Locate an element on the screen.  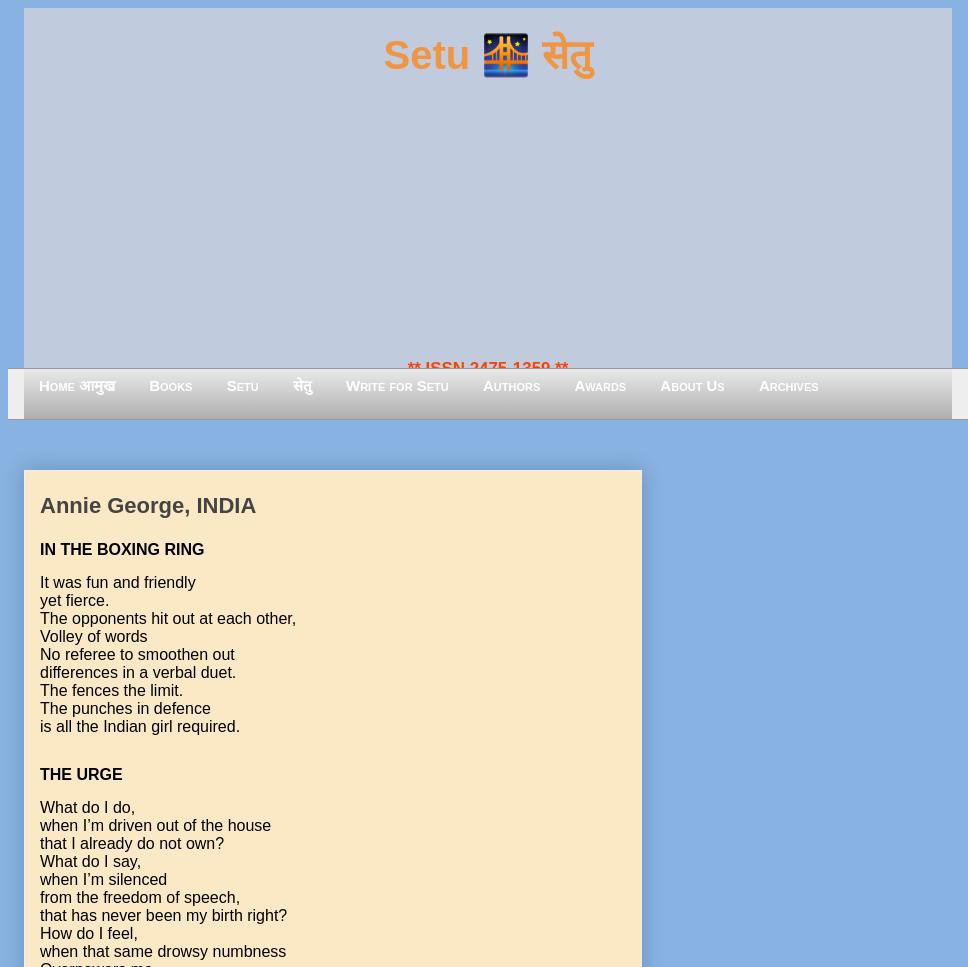
'Awards' is located at coordinates (599, 385).